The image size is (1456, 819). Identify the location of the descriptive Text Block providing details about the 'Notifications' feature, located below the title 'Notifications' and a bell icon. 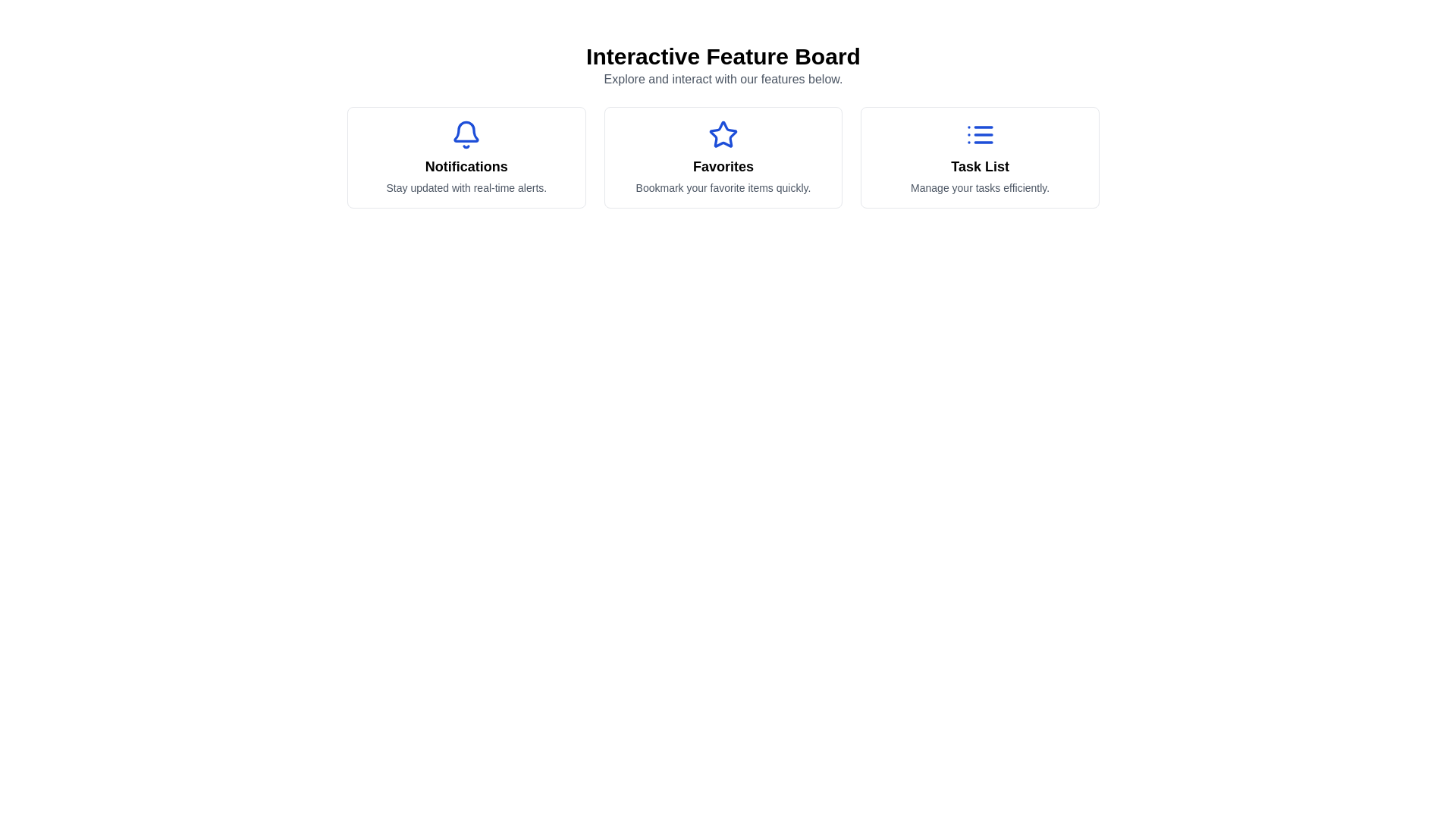
(466, 187).